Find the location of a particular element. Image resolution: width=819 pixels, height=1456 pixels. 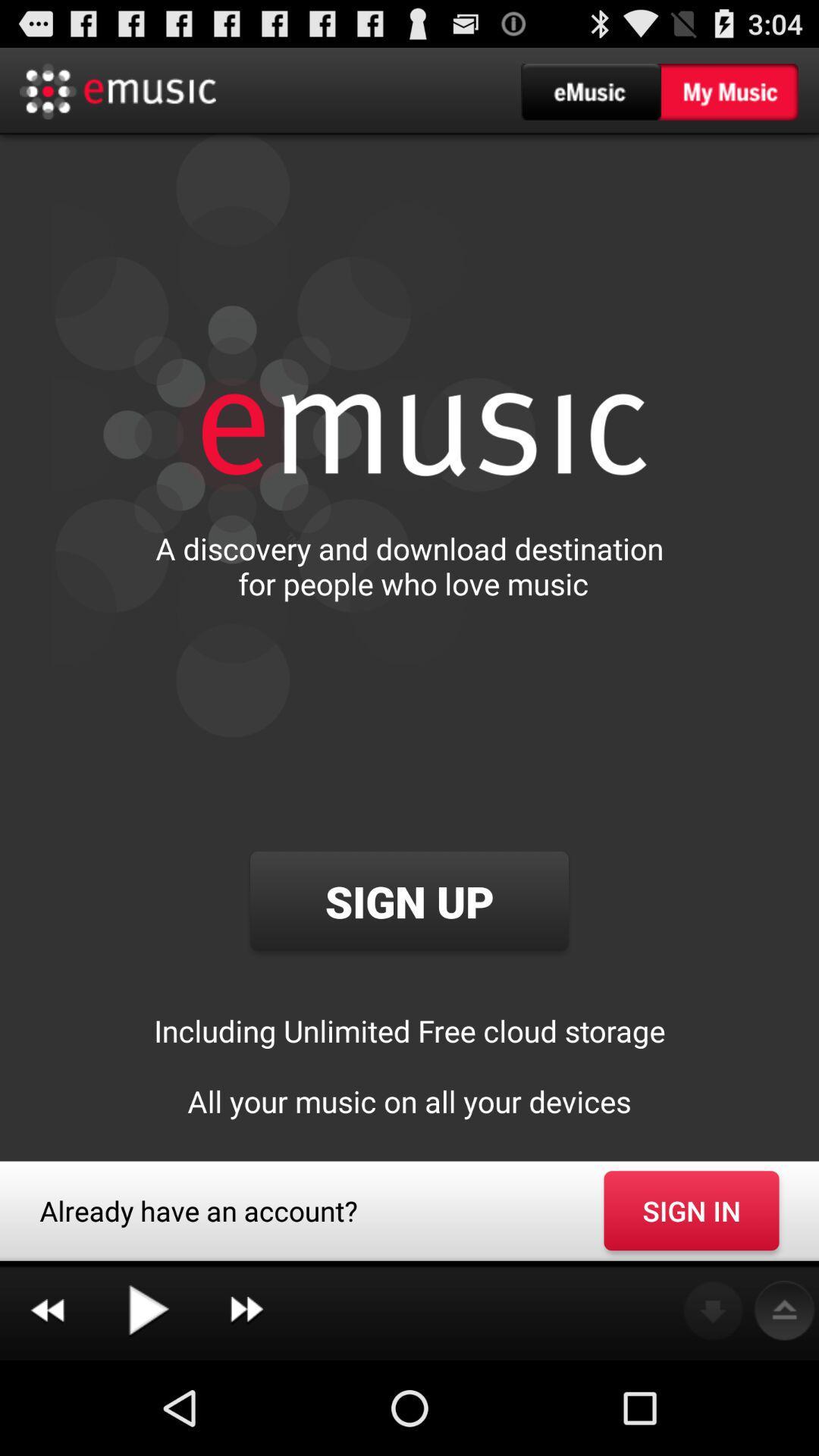

the app next to already have an icon is located at coordinates (691, 1210).